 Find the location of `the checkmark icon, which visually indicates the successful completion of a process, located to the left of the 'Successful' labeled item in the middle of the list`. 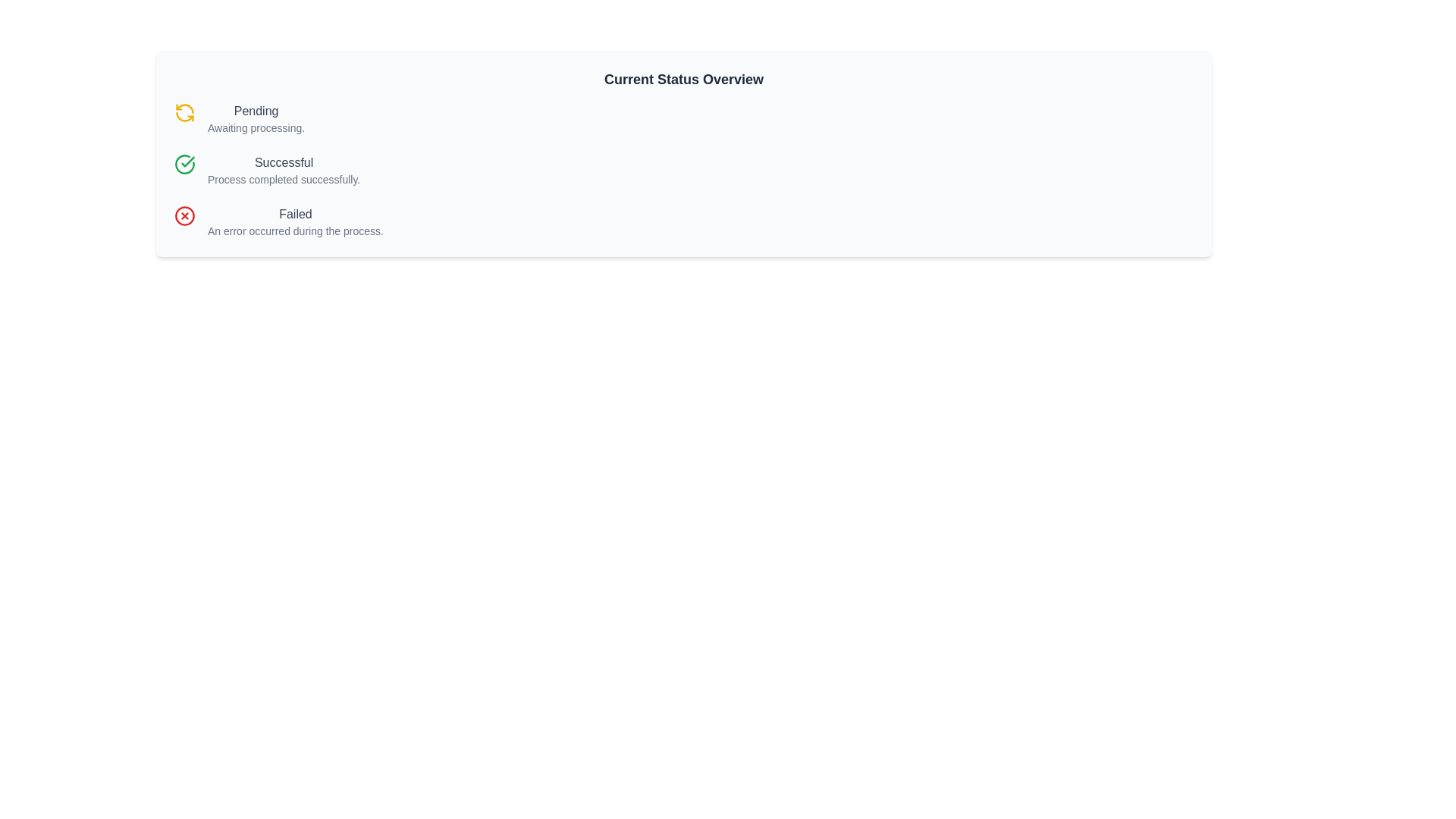

the checkmark icon, which visually indicates the successful completion of a process, located to the left of the 'Successful' labeled item in the middle of the list is located at coordinates (187, 162).